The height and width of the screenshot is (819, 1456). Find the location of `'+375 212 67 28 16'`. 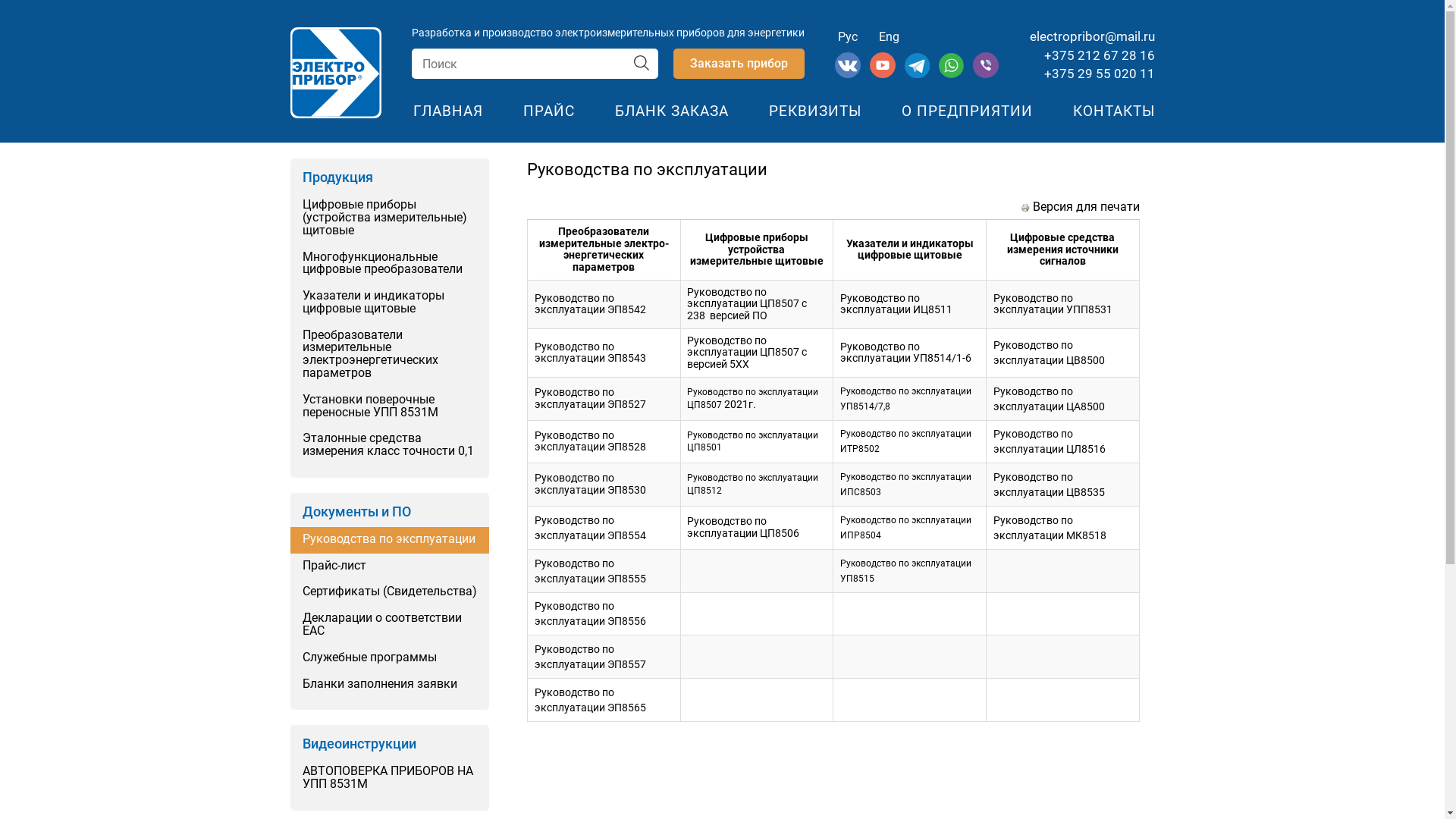

'+375 212 67 28 16' is located at coordinates (1099, 55).